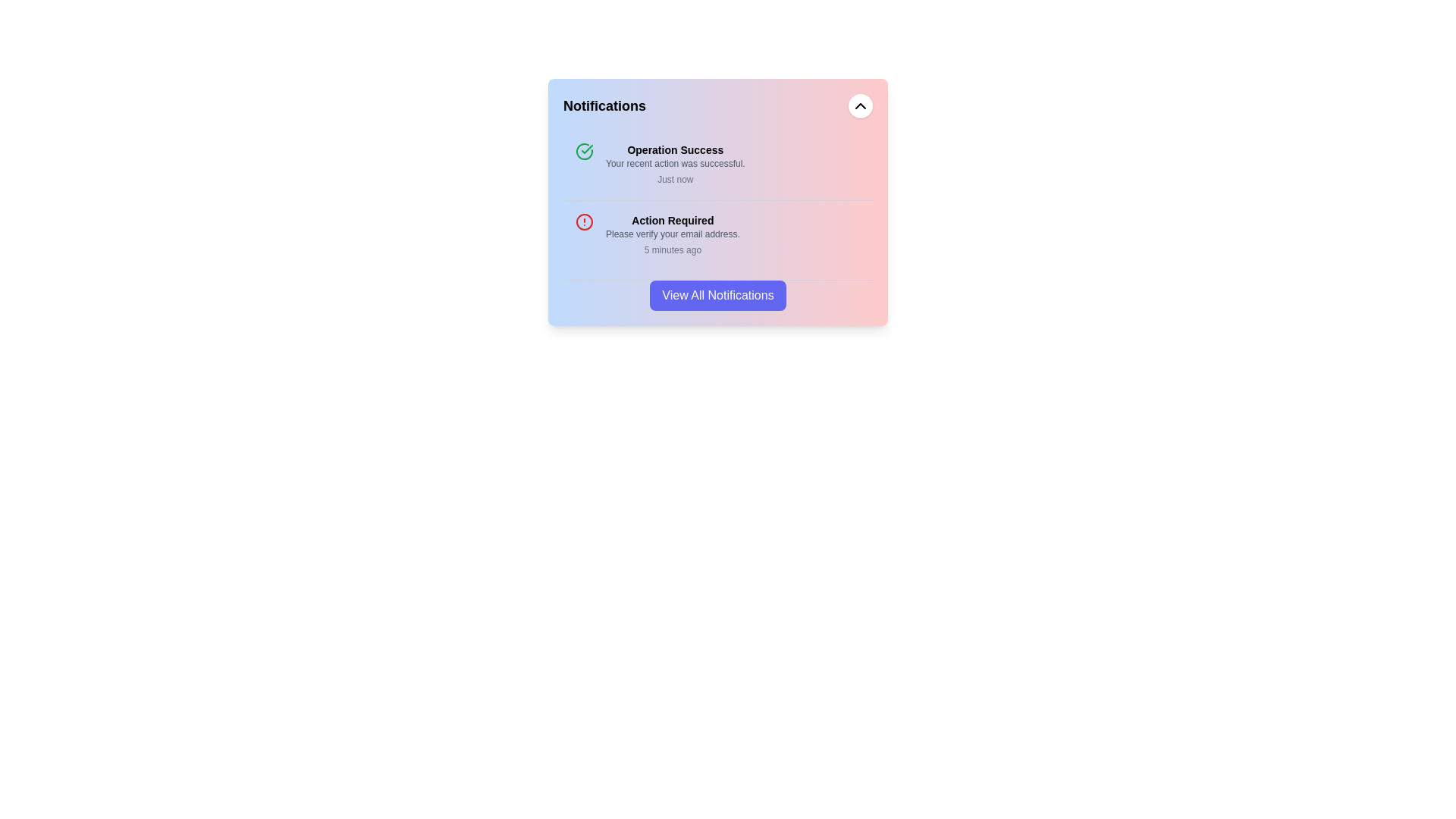 Image resolution: width=1456 pixels, height=819 pixels. What do you see at coordinates (584, 222) in the screenshot?
I see `the circular indicator within the 'Action Required' notification icon, located in the lower section of the notification panel` at bounding box center [584, 222].